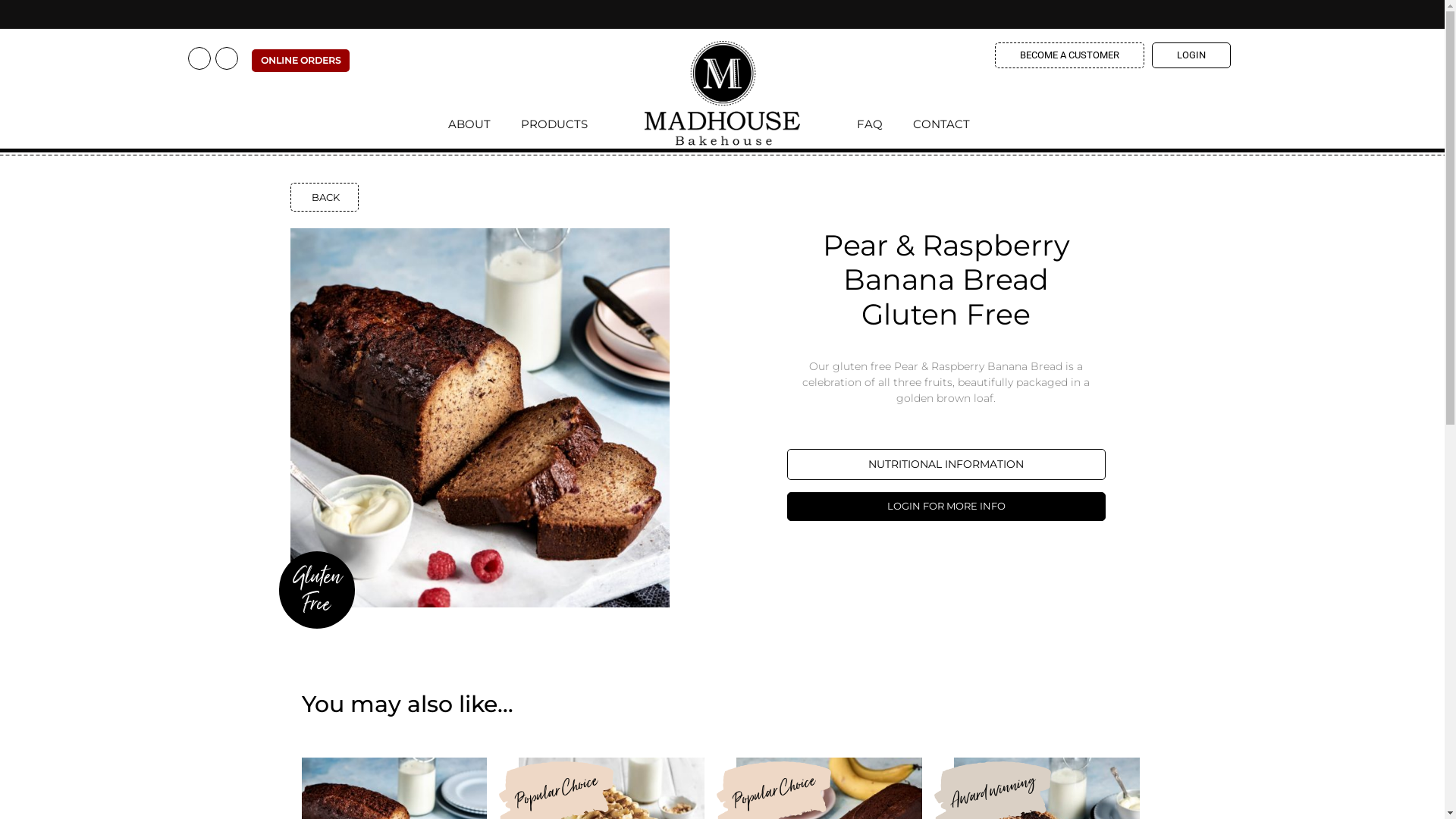 The image size is (1456, 819). What do you see at coordinates (946, 506) in the screenshot?
I see `'LOGIN FOR MORE INFO'` at bounding box center [946, 506].